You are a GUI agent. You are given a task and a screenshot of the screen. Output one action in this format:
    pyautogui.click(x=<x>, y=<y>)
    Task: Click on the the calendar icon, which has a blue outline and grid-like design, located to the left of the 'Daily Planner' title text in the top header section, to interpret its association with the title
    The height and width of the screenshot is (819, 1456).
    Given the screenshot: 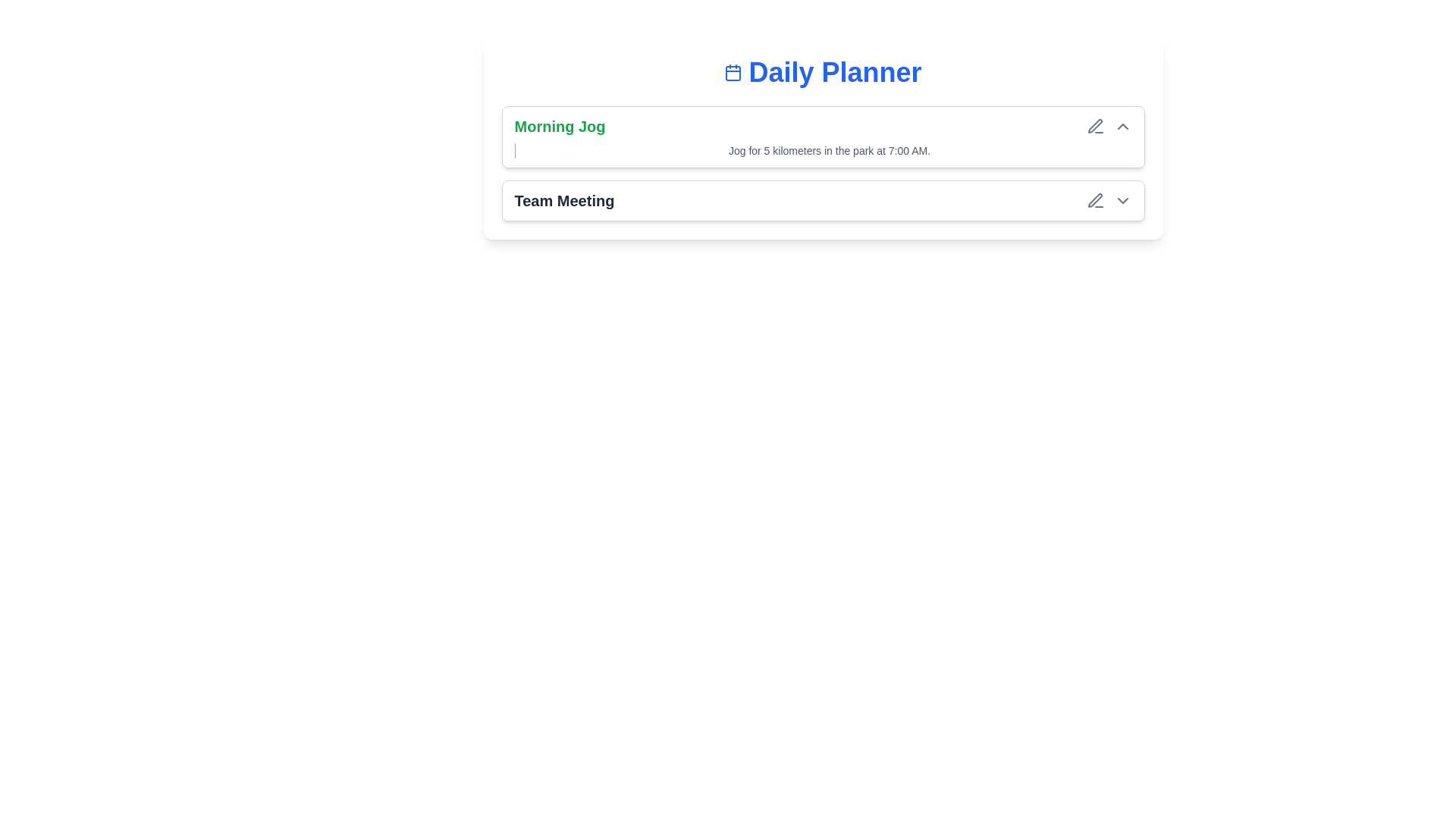 What is the action you would take?
    pyautogui.click(x=733, y=73)
    